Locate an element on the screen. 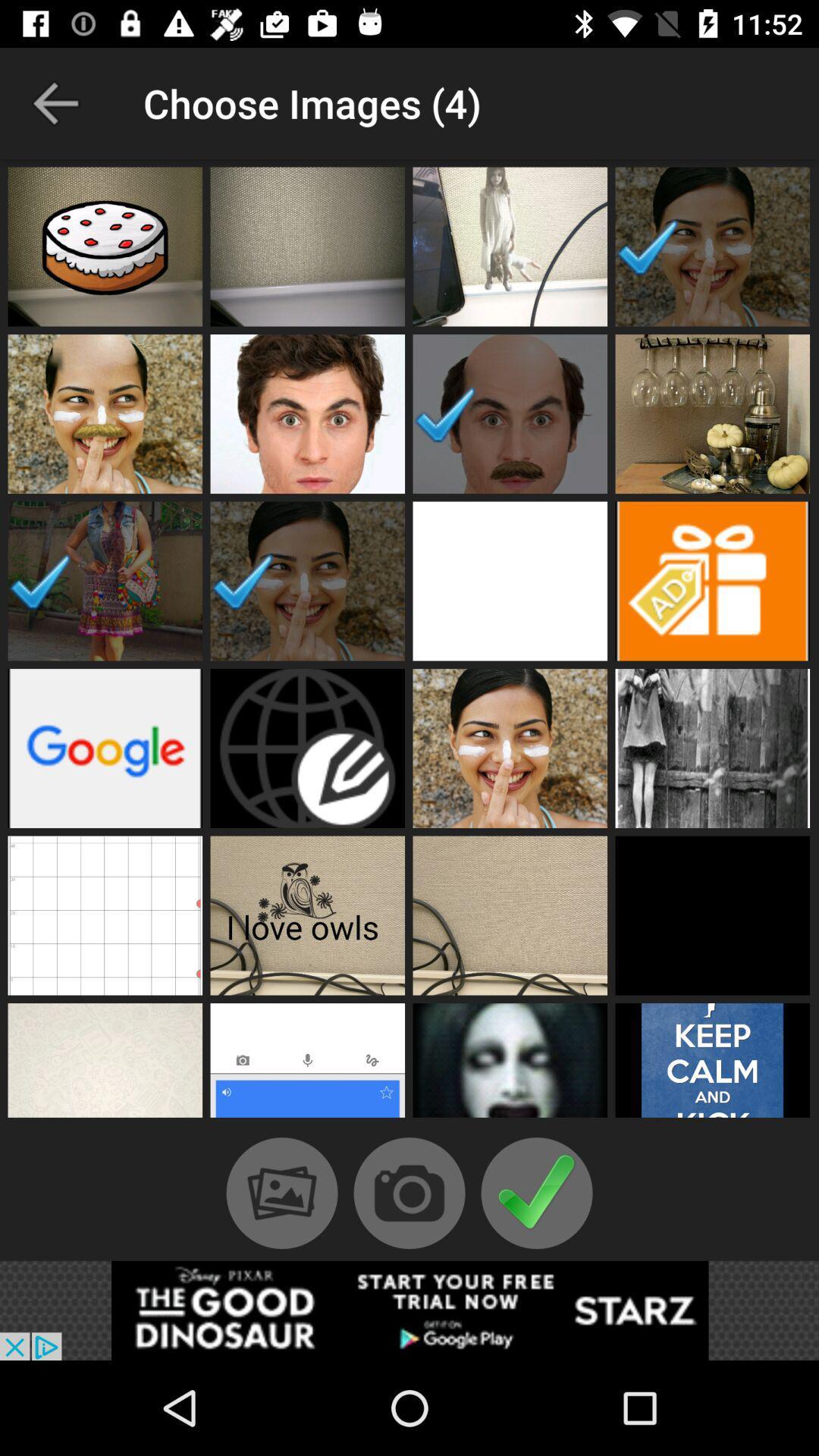  include photo in video is located at coordinates (510, 246).